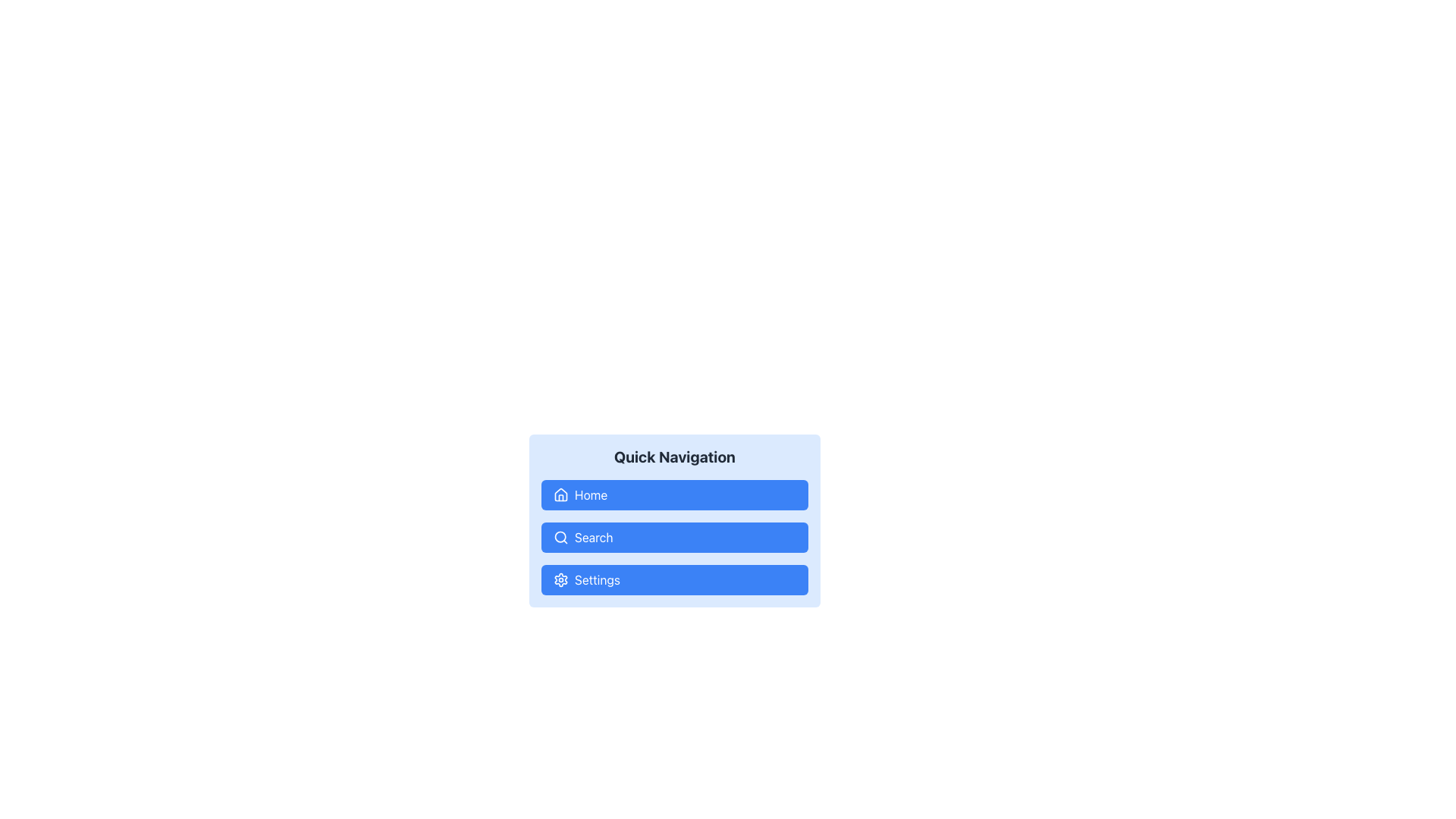  Describe the element at coordinates (560, 579) in the screenshot. I see `the gear icon in the Quick Navigation section` at that location.